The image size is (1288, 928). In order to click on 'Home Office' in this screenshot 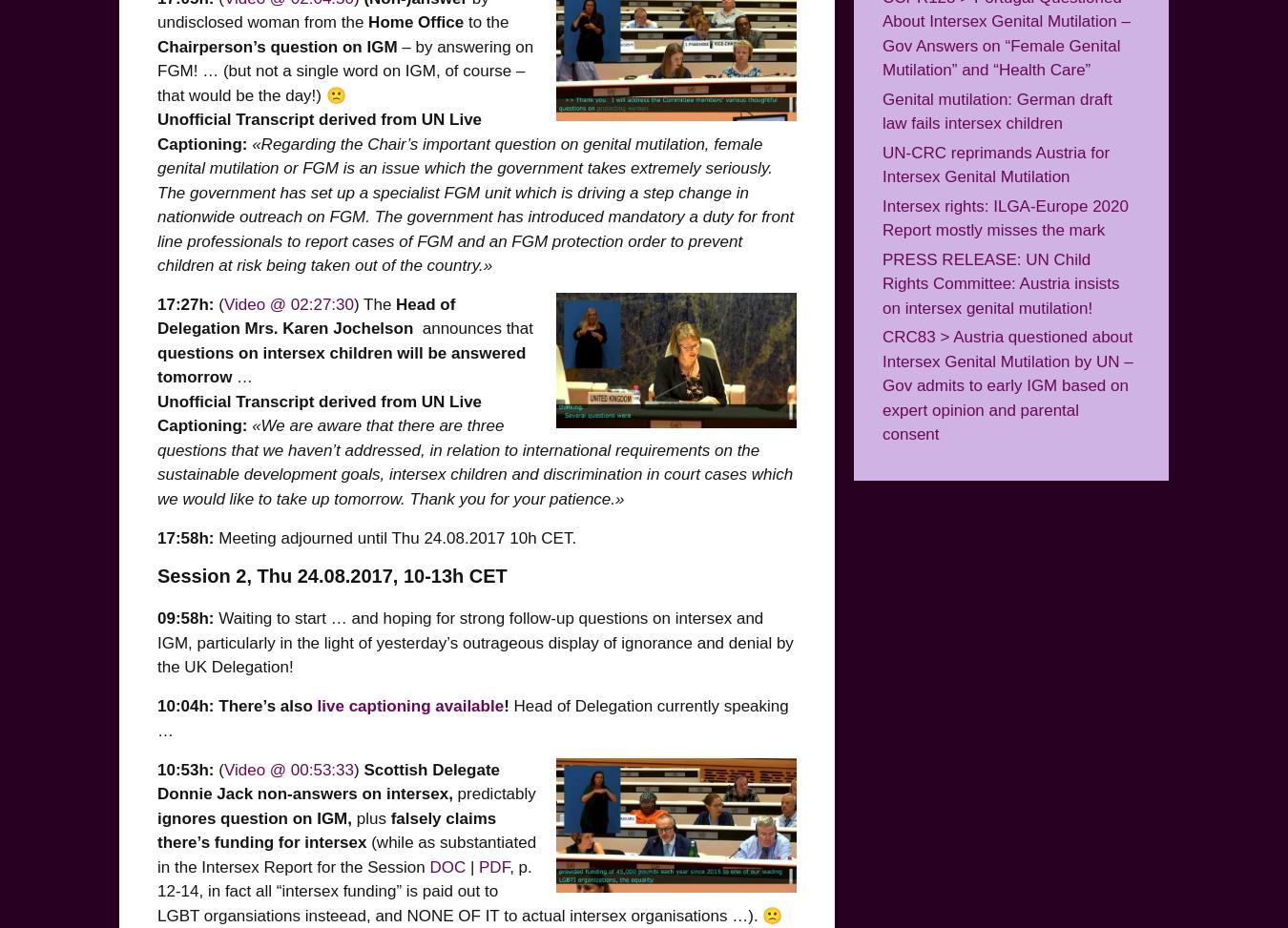, I will do `click(416, 22)`.